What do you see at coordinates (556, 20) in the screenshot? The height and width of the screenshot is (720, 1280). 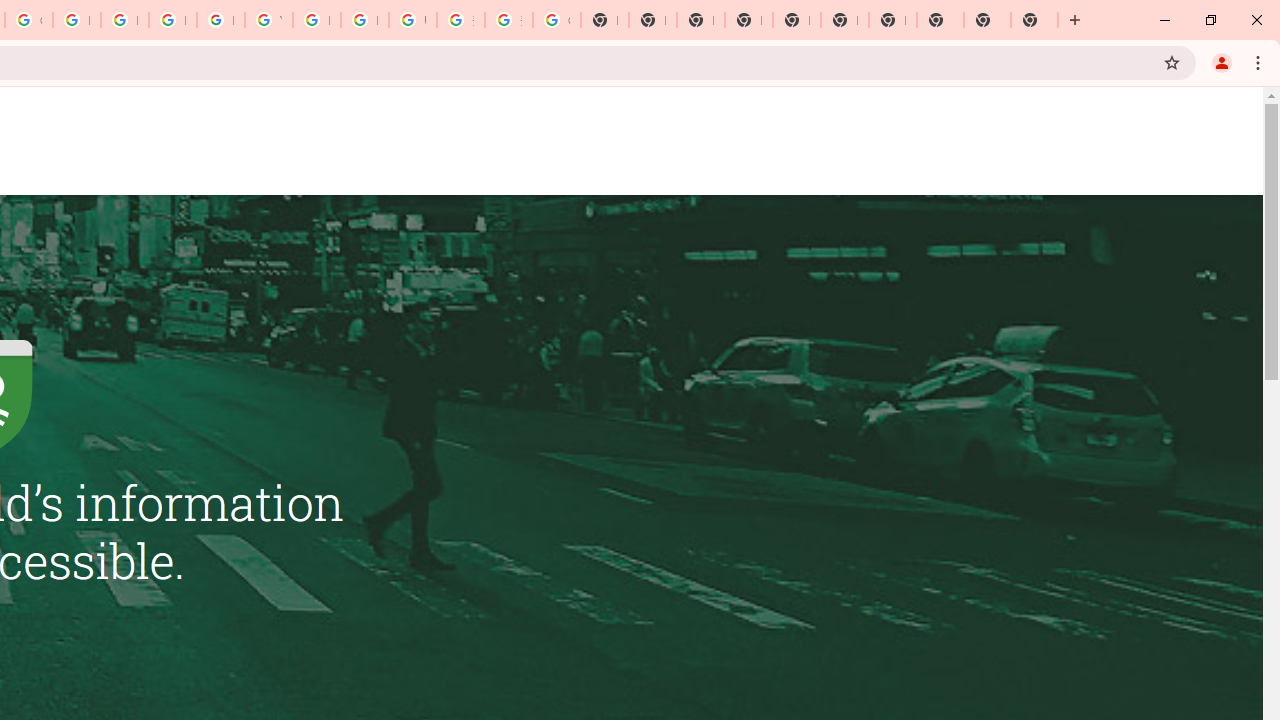 I see `'Google Images'` at bounding box center [556, 20].